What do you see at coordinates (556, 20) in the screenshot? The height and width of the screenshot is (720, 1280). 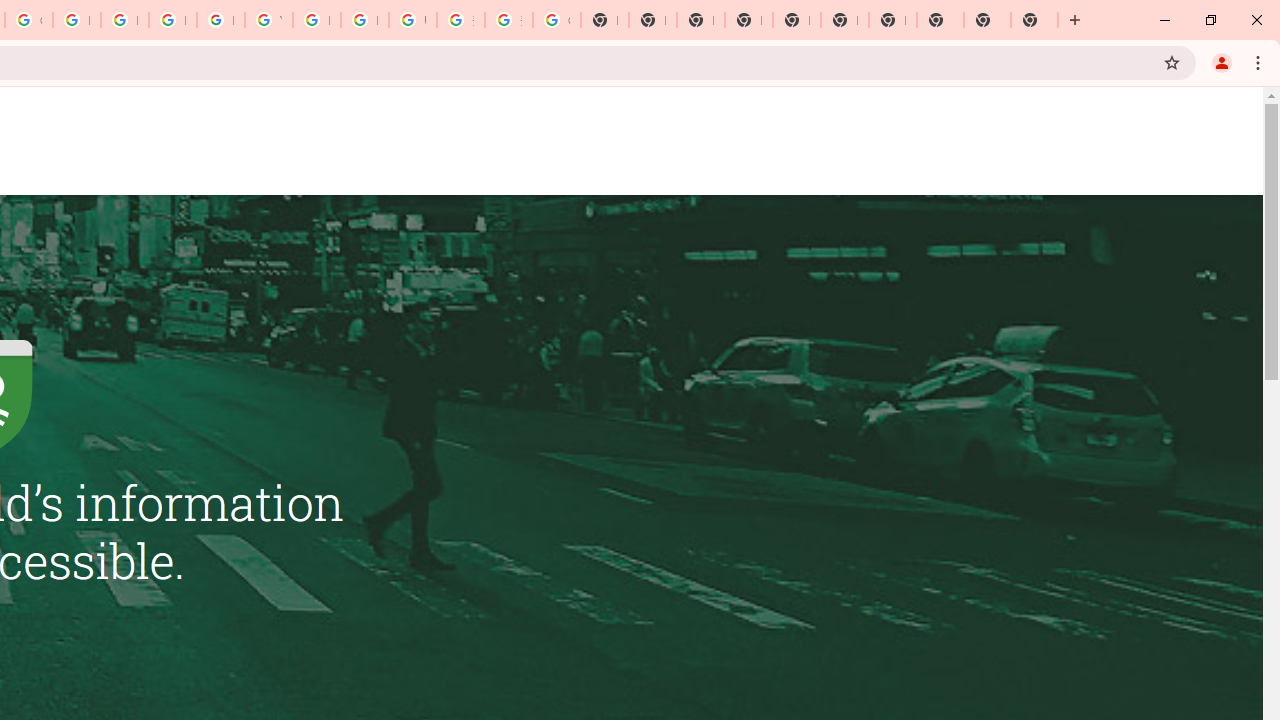 I see `'Google Images'` at bounding box center [556, 20].